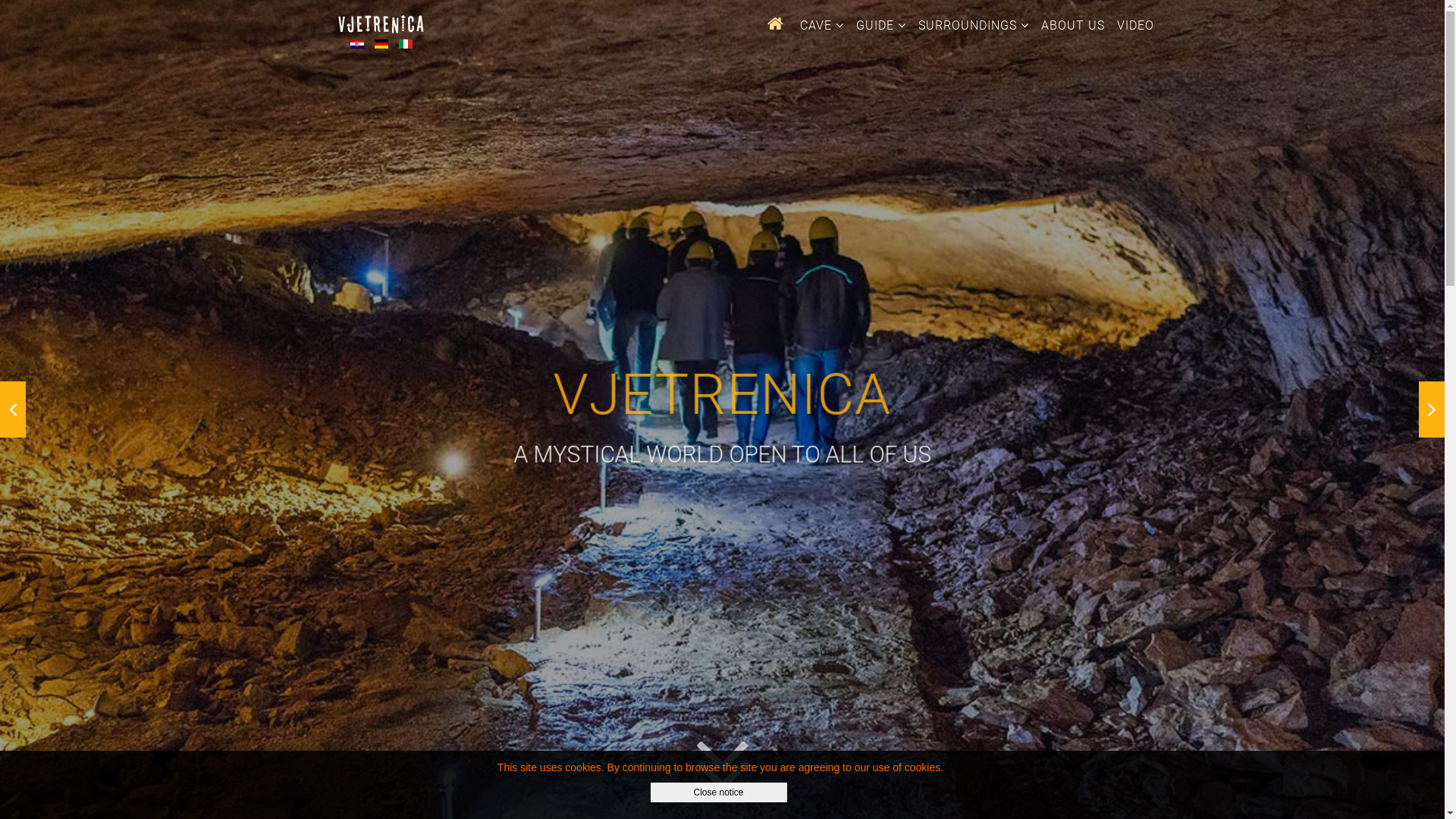 The image size is (1456, 819). I want to click on 'SURROUNDINGS', so click(913, 25).